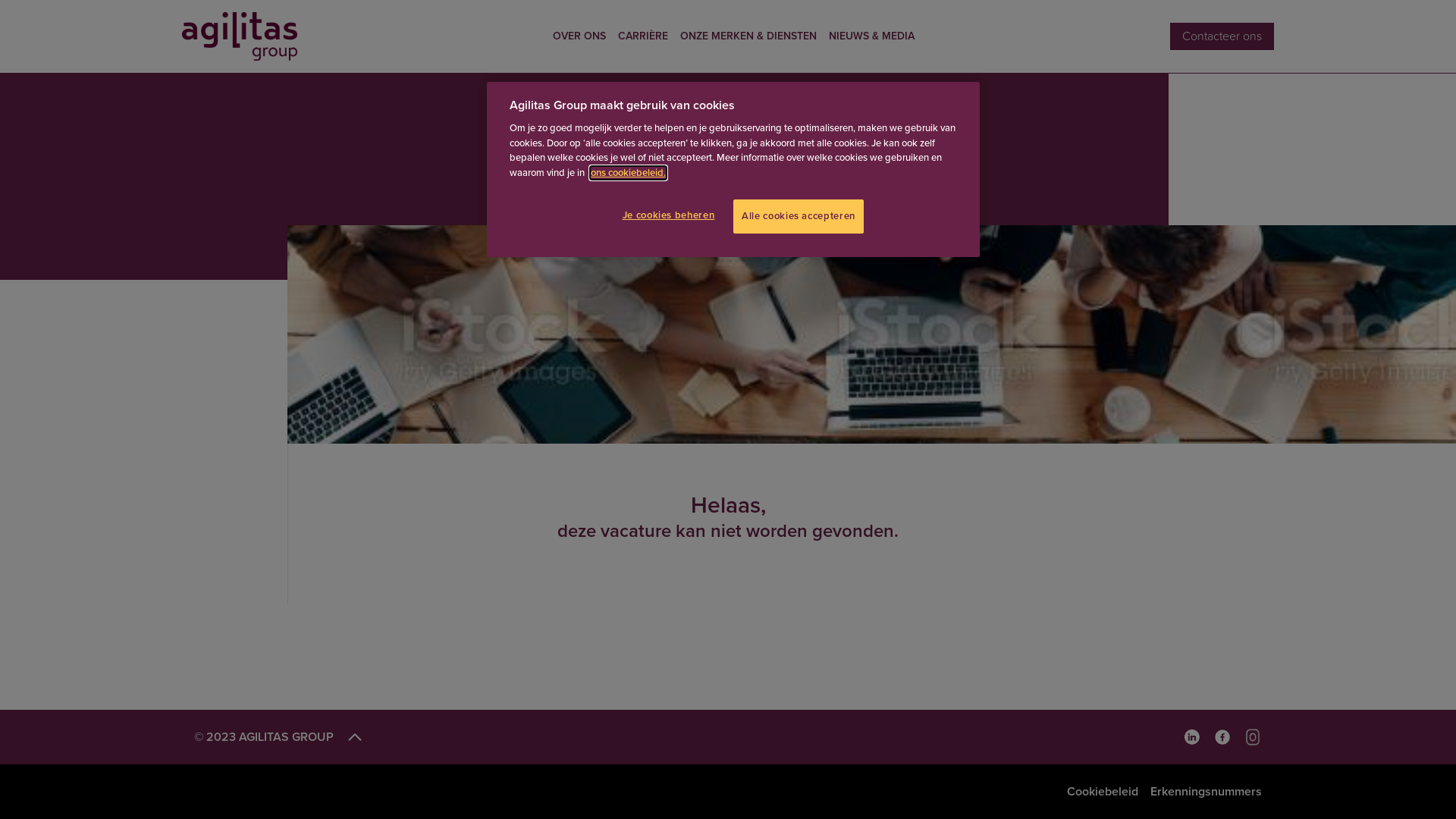 The image size is (1456, 819). Describe the element at coordinates (1222, 35) in the screenshot. I see `'Contacteer ons'` at that location.